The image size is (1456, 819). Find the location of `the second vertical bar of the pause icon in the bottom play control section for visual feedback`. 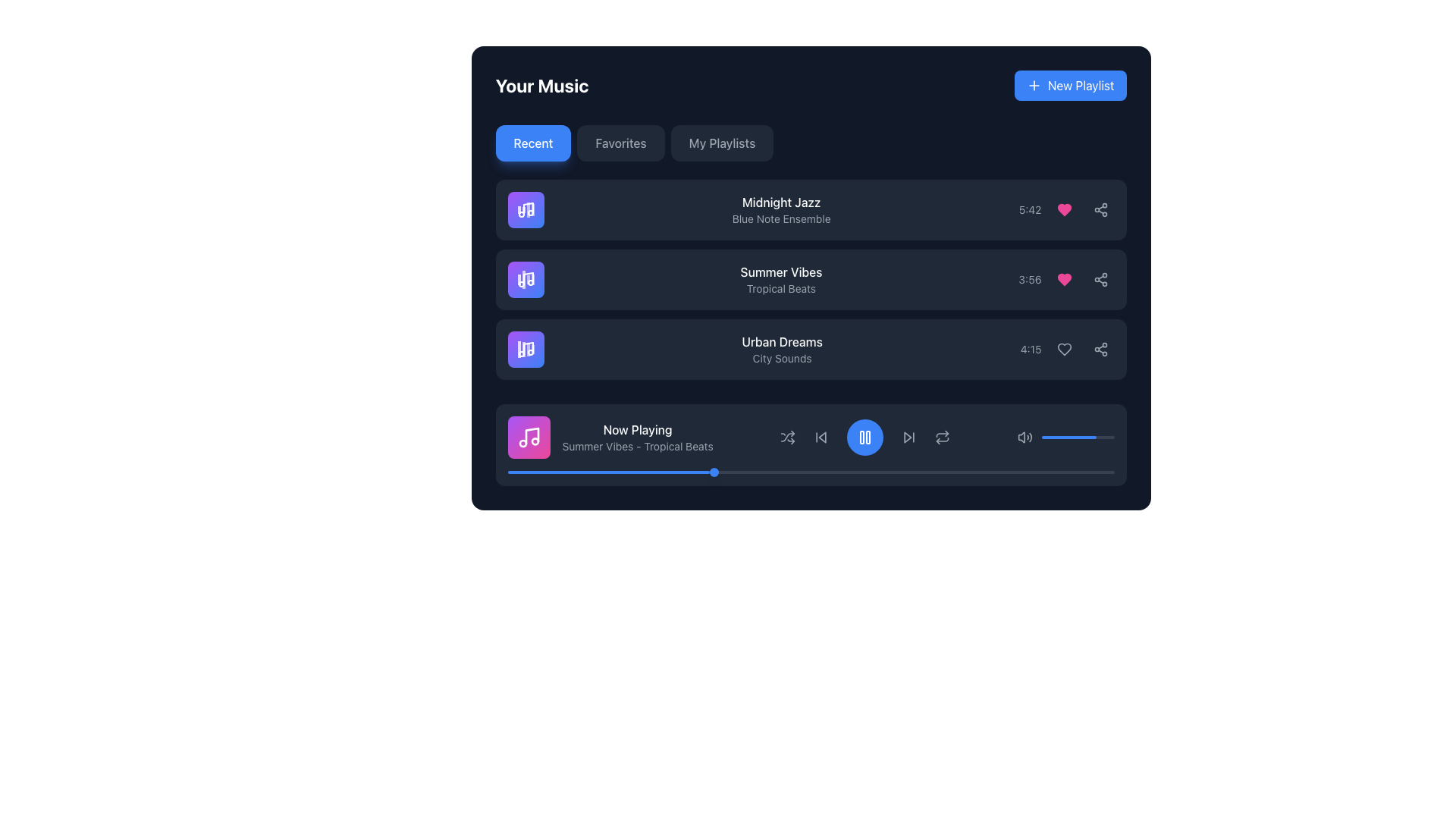

the second vertical bar of the pause icon in the bottom play control section for visual feedback is located at coordinates (868, 438).